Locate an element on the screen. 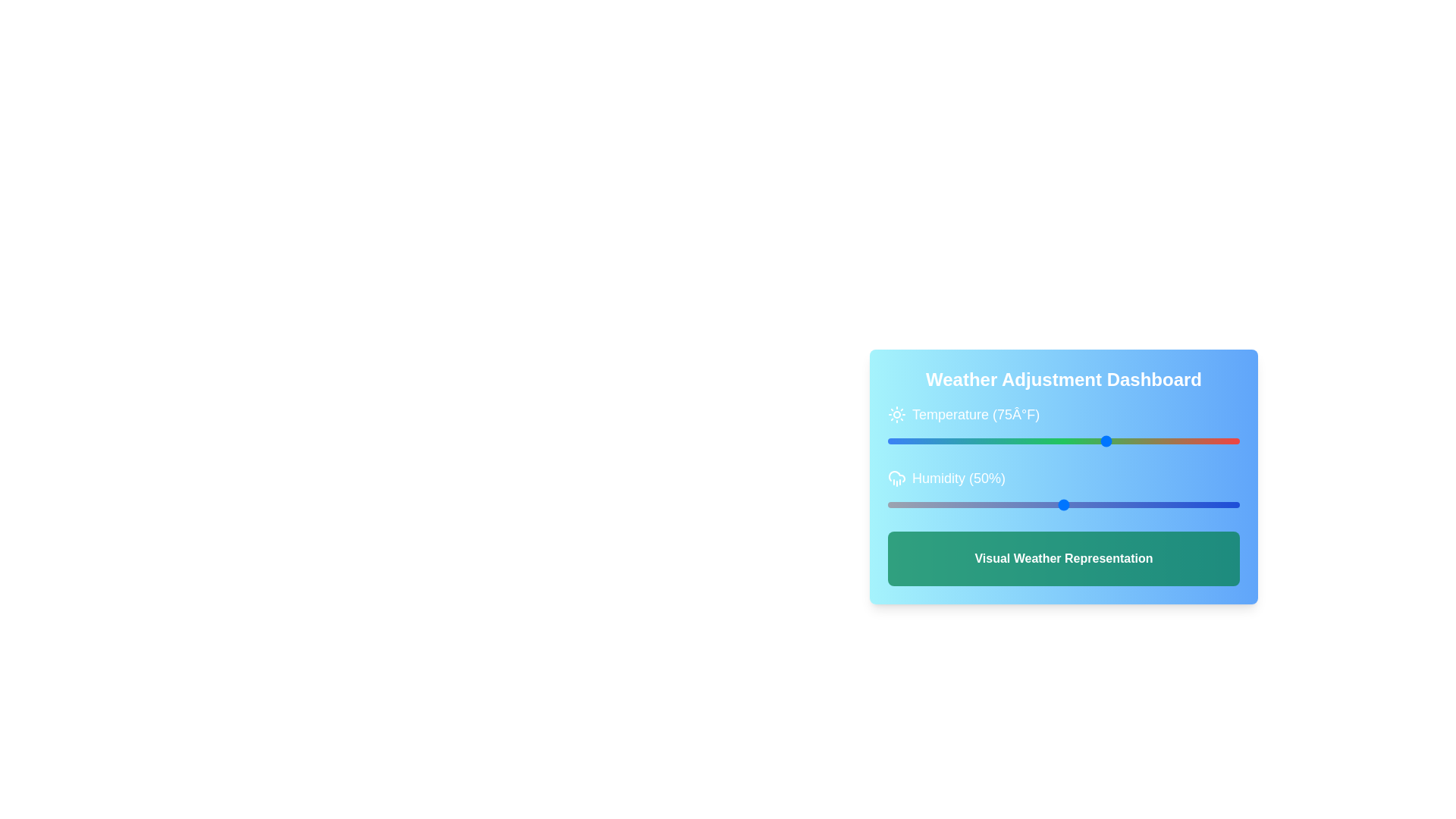 The width and height of the screenshot is (1456, 819). the humidity slider to 84% is located at coordinates (1182, 505).